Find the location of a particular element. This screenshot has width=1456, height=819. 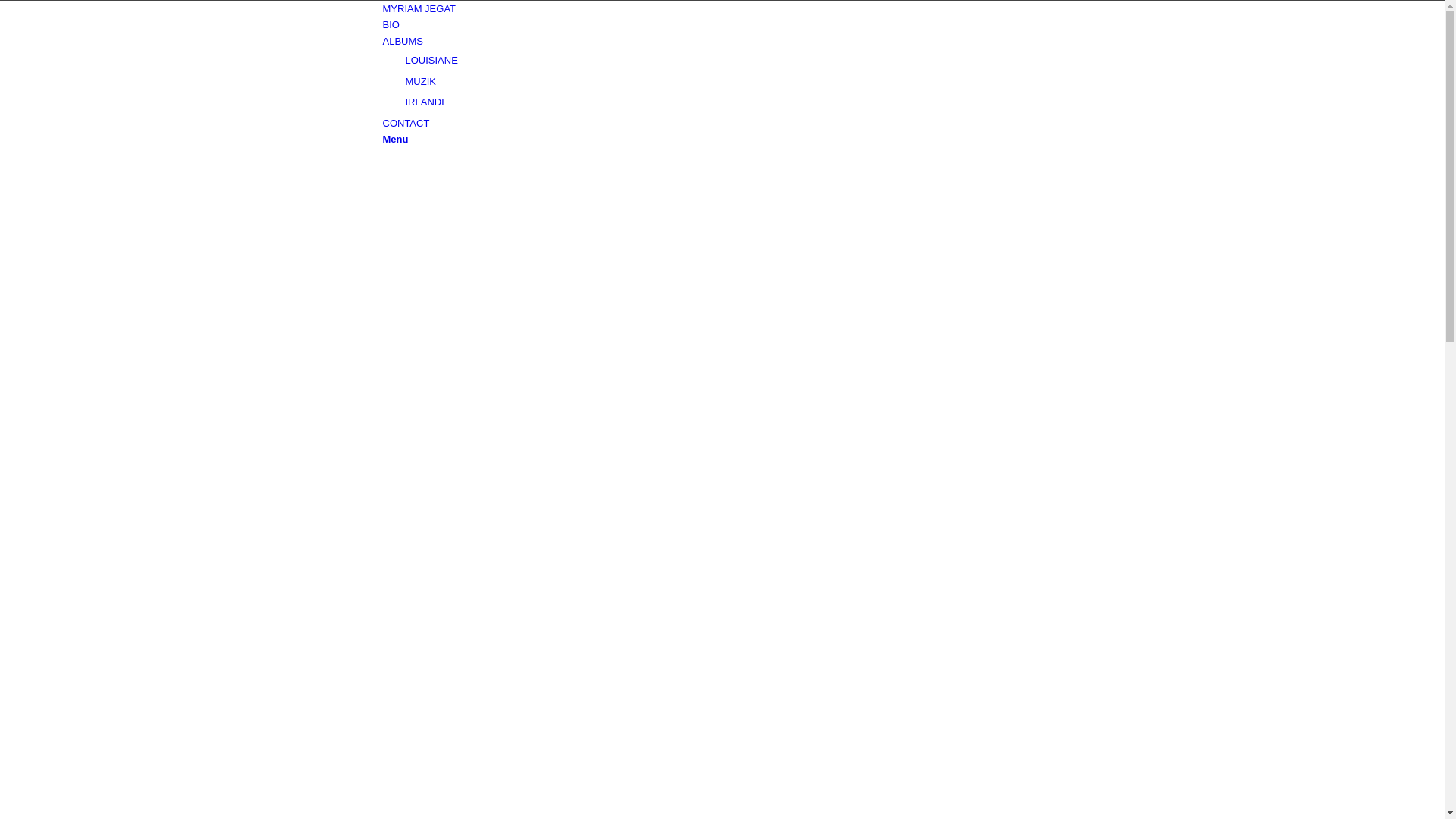

'BIO' is located at coordinates (390, 24).